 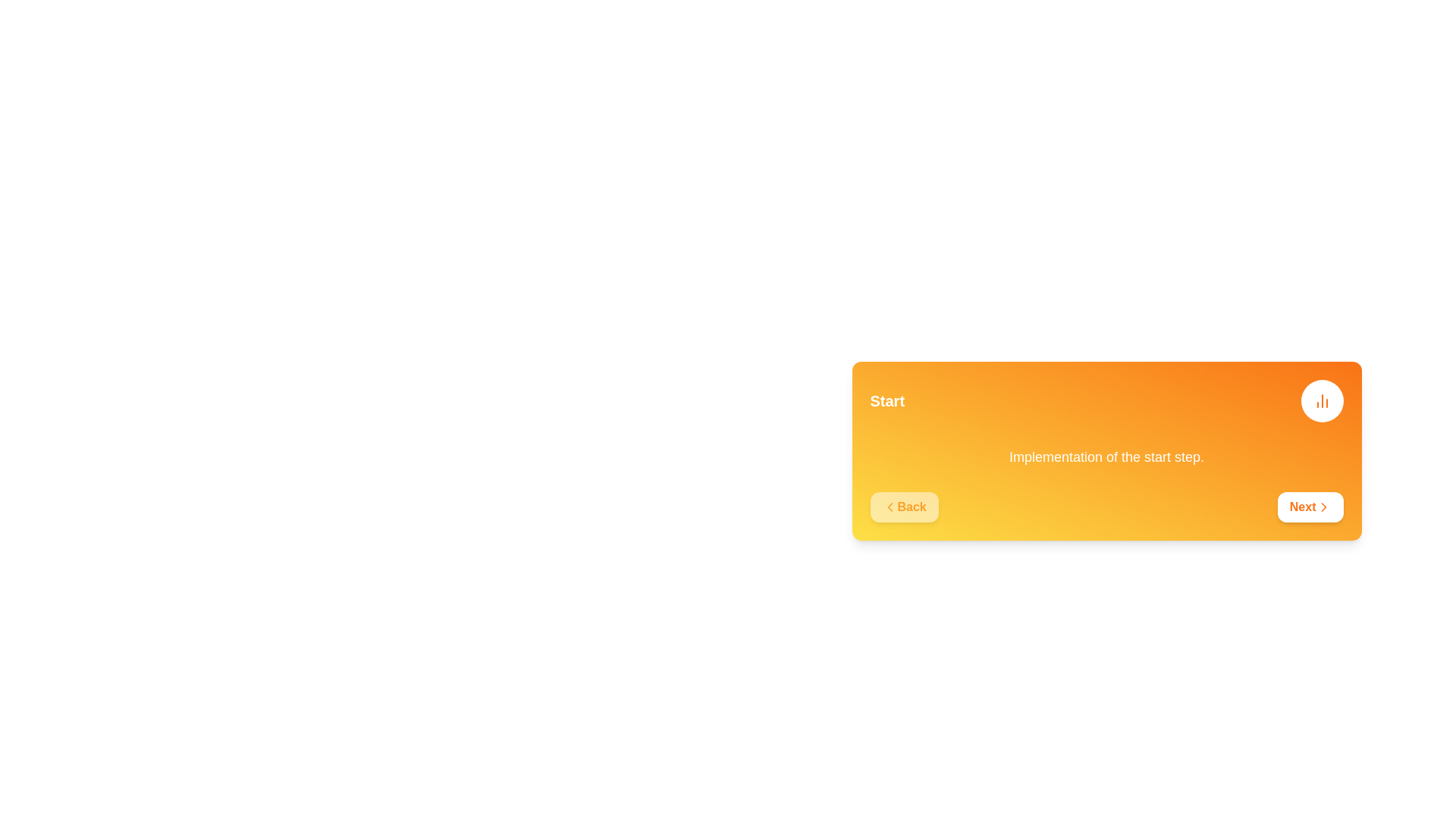 I want to click on the 'Back' navigation button which contains the backward direction SVG icon, so click(x=890, y=507).